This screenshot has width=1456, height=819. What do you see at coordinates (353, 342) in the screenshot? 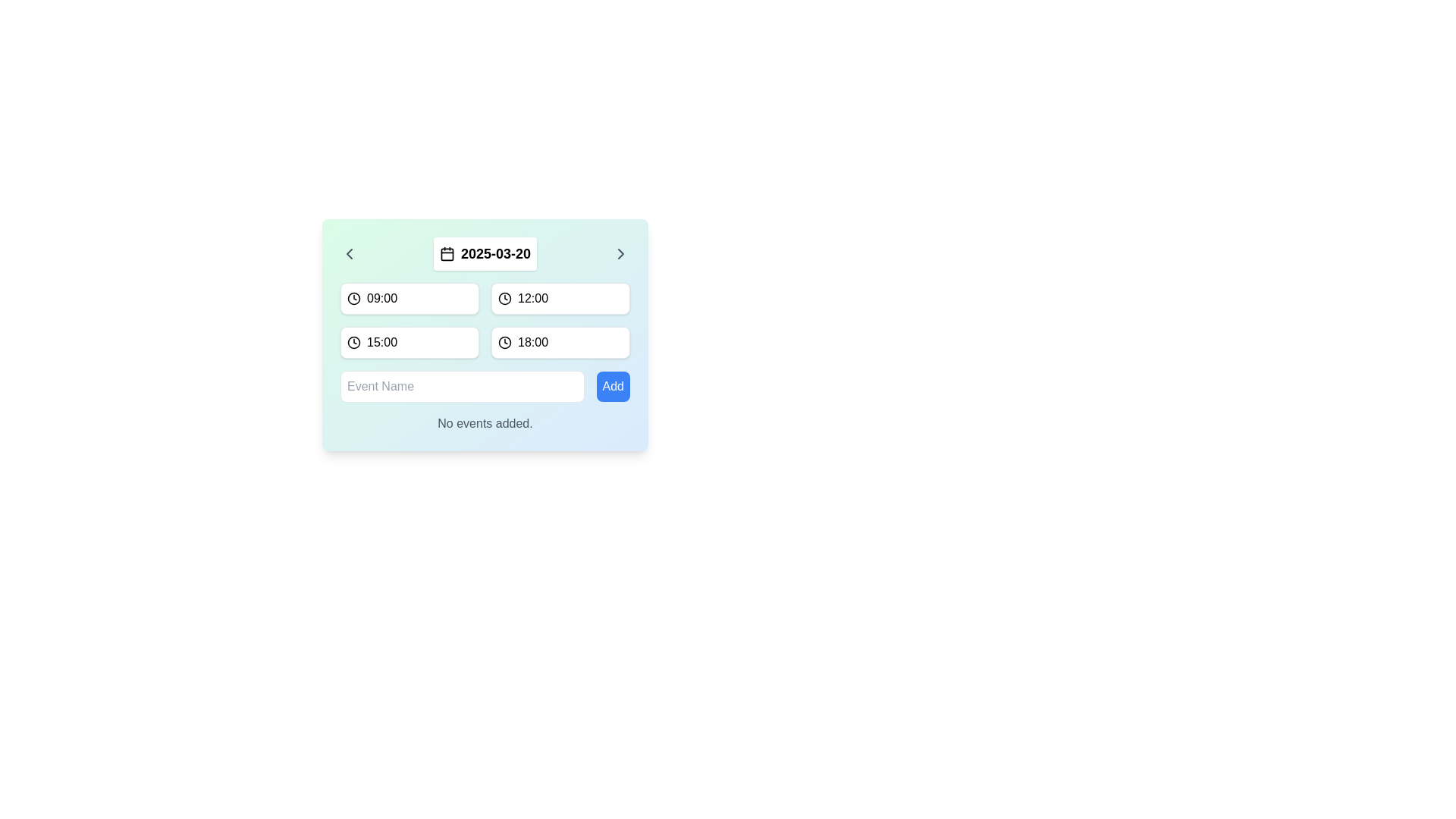
I see `the SVG circle representing the clock icon located to the left of the '15:00' label in the second row of time slots` at bounding box center [353, 342].